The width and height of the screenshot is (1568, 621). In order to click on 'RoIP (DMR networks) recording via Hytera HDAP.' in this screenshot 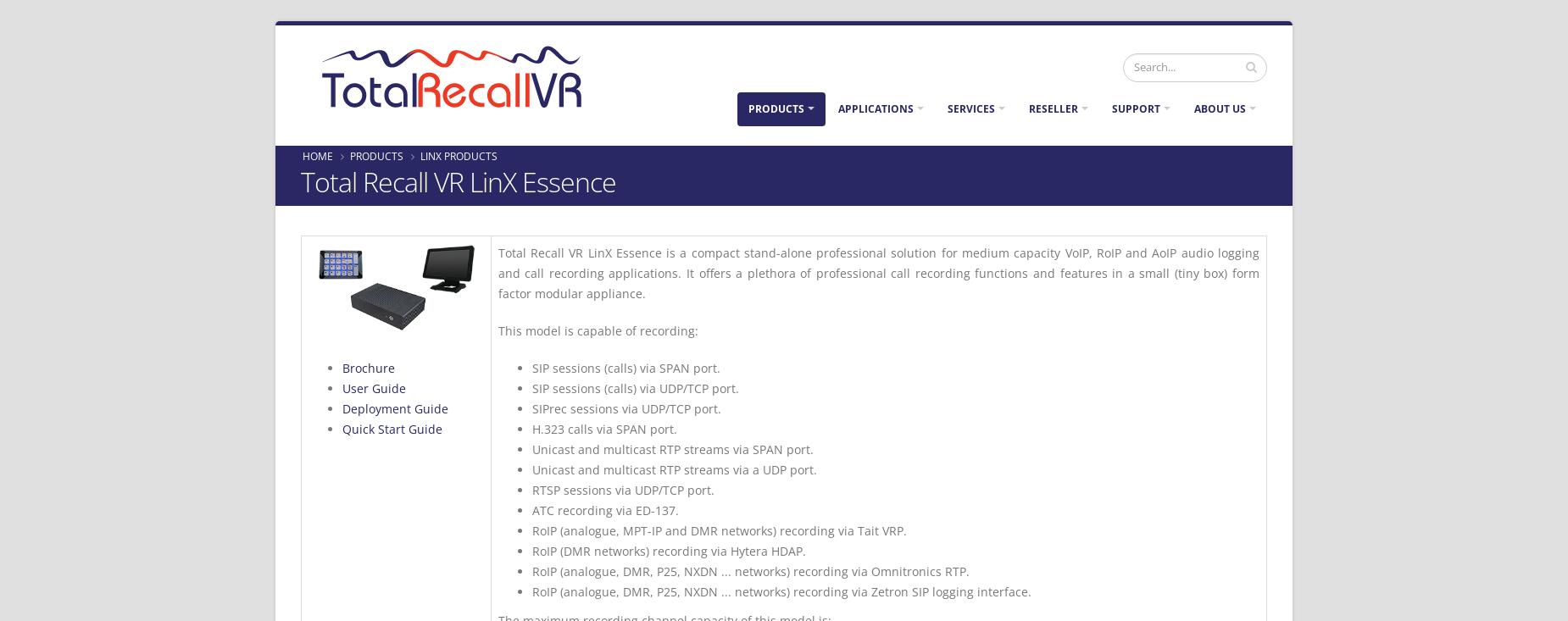, I will do `click(668, 550)`.